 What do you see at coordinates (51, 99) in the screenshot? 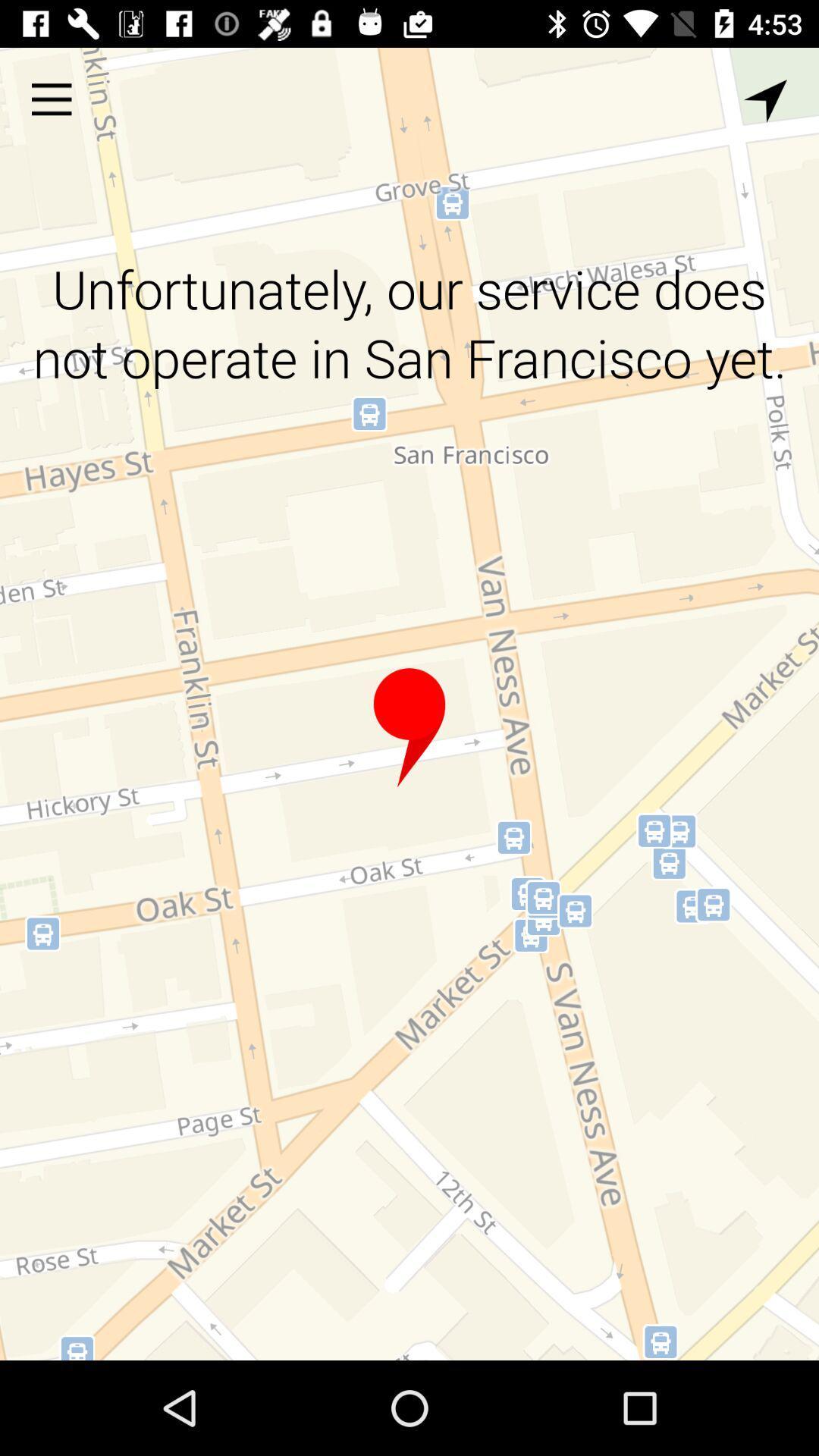
I see `the icon at the top left corner` at bounding box center [51, 99].